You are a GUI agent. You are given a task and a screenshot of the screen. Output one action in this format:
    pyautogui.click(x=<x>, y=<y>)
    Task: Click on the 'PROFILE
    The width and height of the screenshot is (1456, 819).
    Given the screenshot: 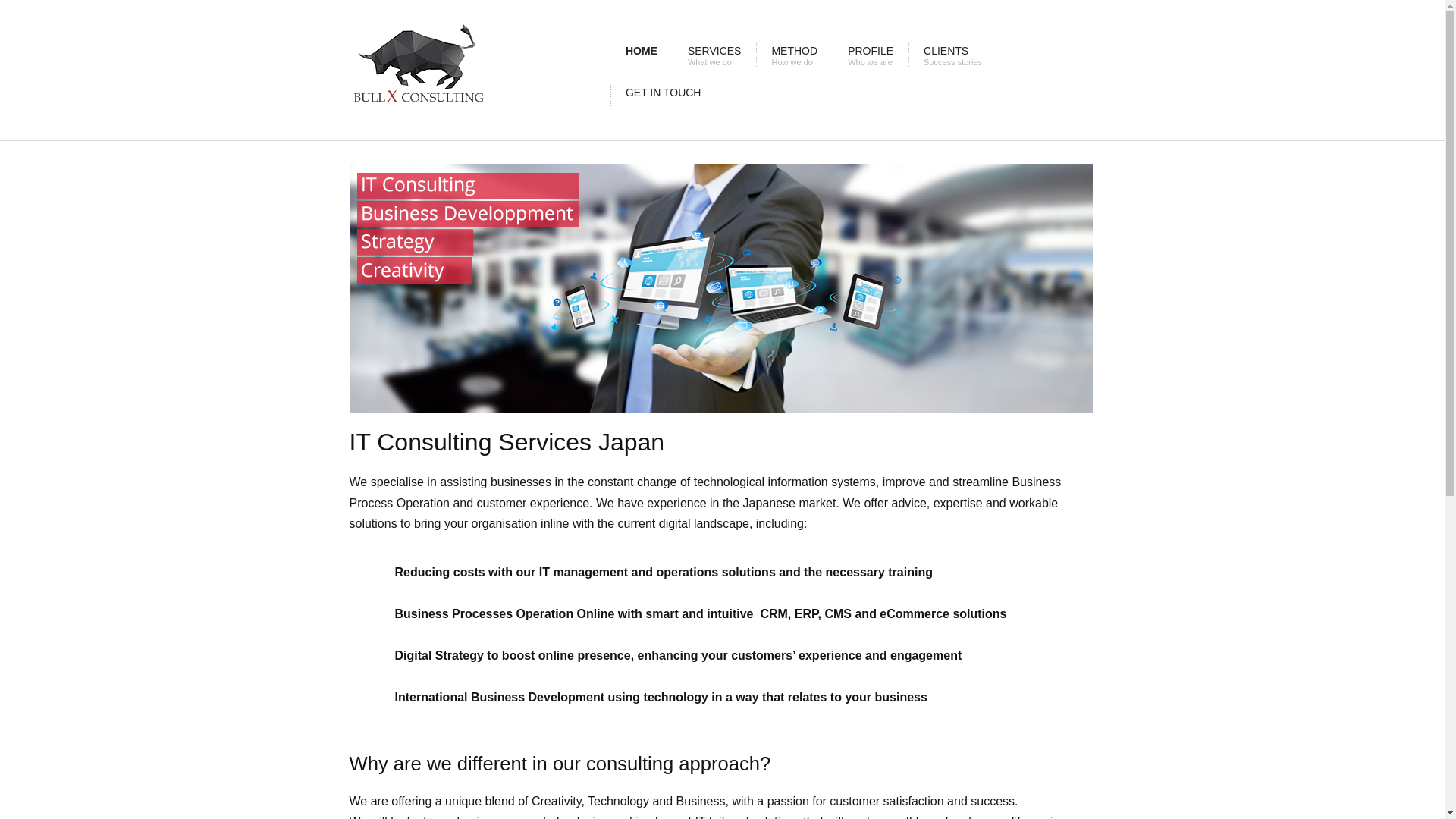 What is the action you would take?
    pyautogui.click(x=832, y=54)
    